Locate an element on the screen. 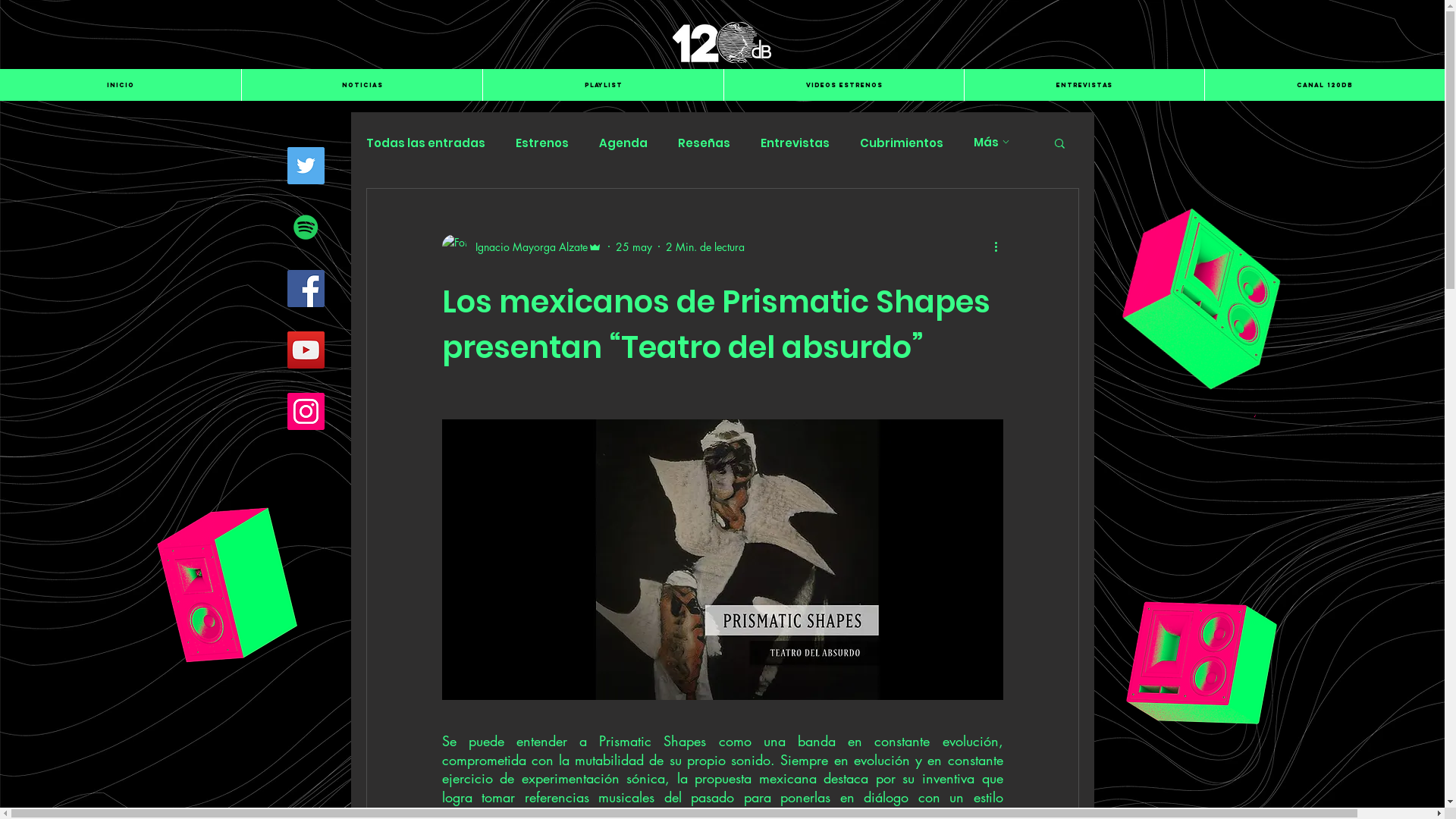 Image resolution: width=1456 pixels, height=819 pixels. 'VIDEOS ESTRENOS' is located at coordinates (843, 84).